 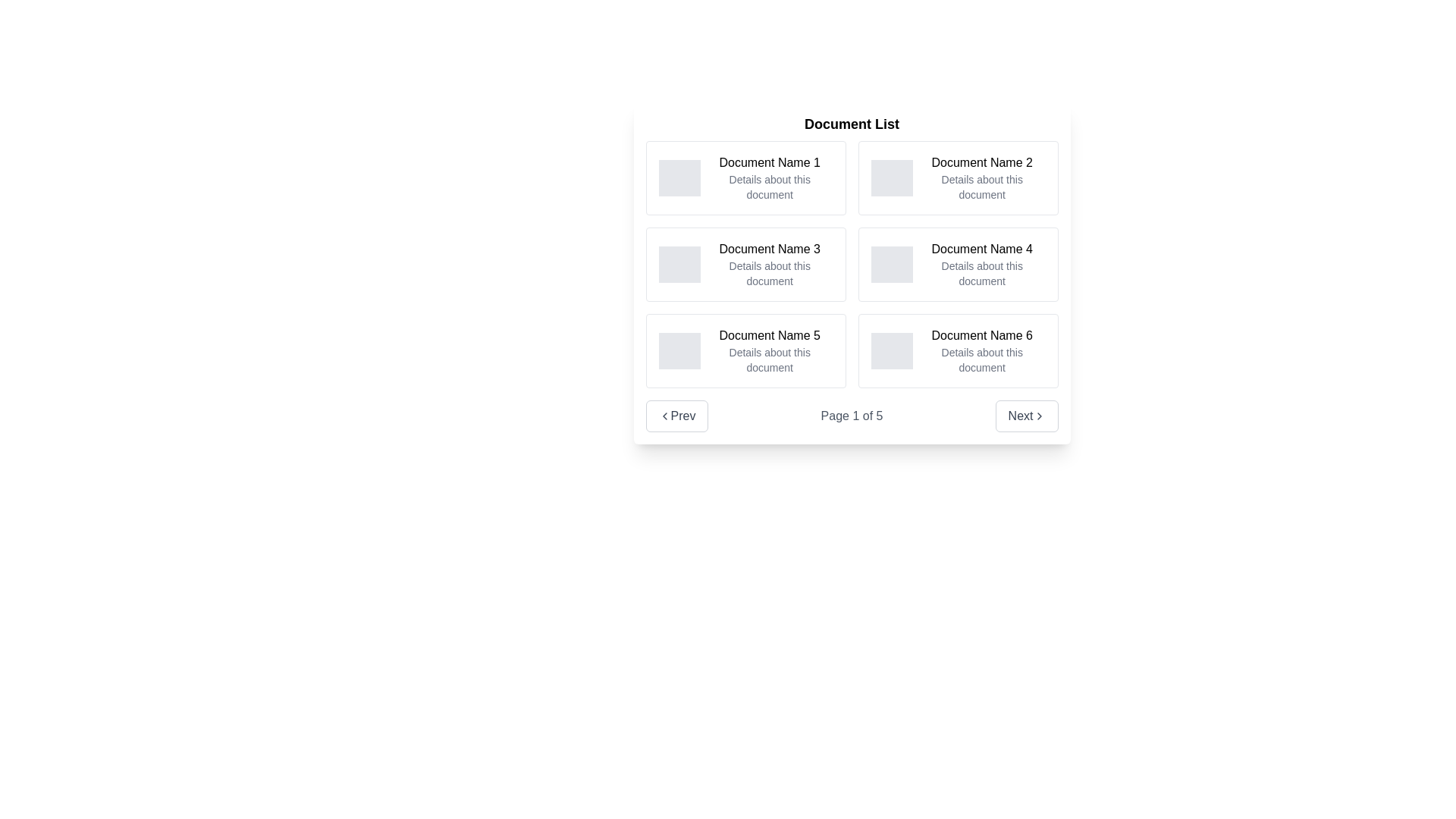 What do you see at coordinates (852, 263) in the screenshot?
I see `the third document item in the first column of the 'Document List' section` at bounding box center [852, 263].